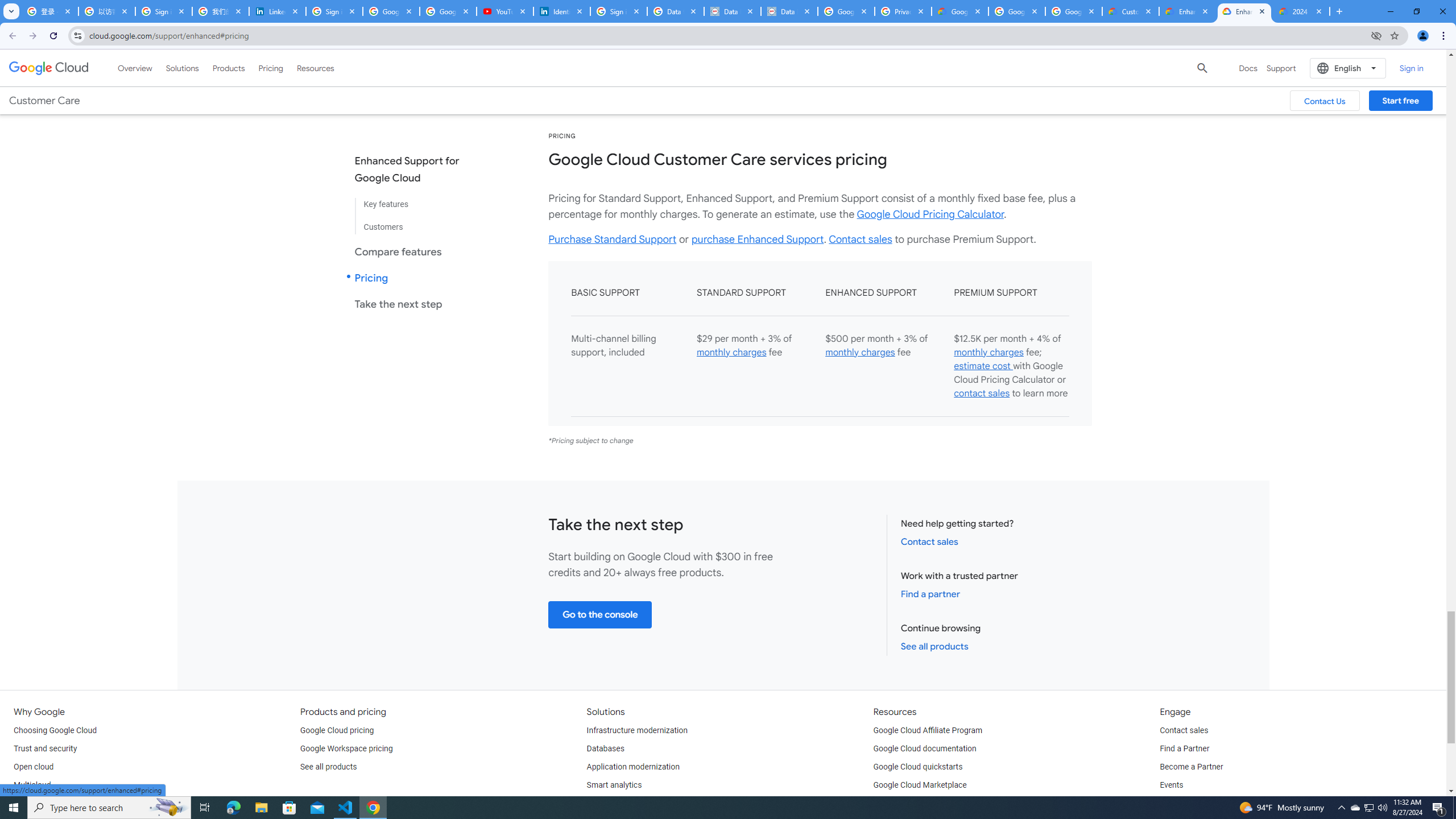  What do you see at coordinates (983, 366) in the screenshot?
I see `'estimate cost '` at bounding box center [983, 366].